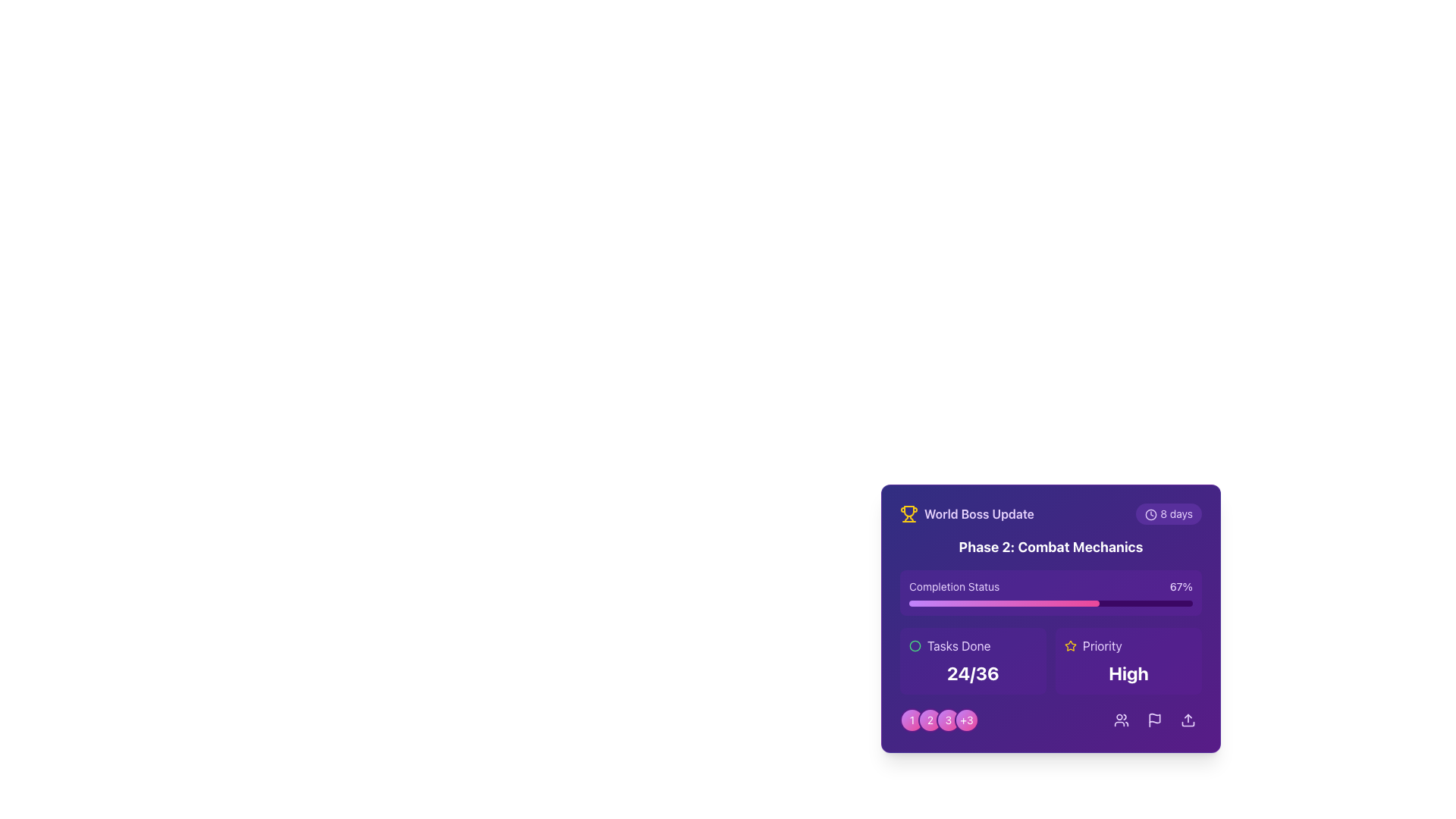  Describe the element at coordinates (938, 719) in the screenshot. I see `the individual badge in the bottom-left corner of the purple rectangular card, which is part of a horizontal arrangement of circular badges displaying the numbers '1', '2', '3', and '+3'` at that location.